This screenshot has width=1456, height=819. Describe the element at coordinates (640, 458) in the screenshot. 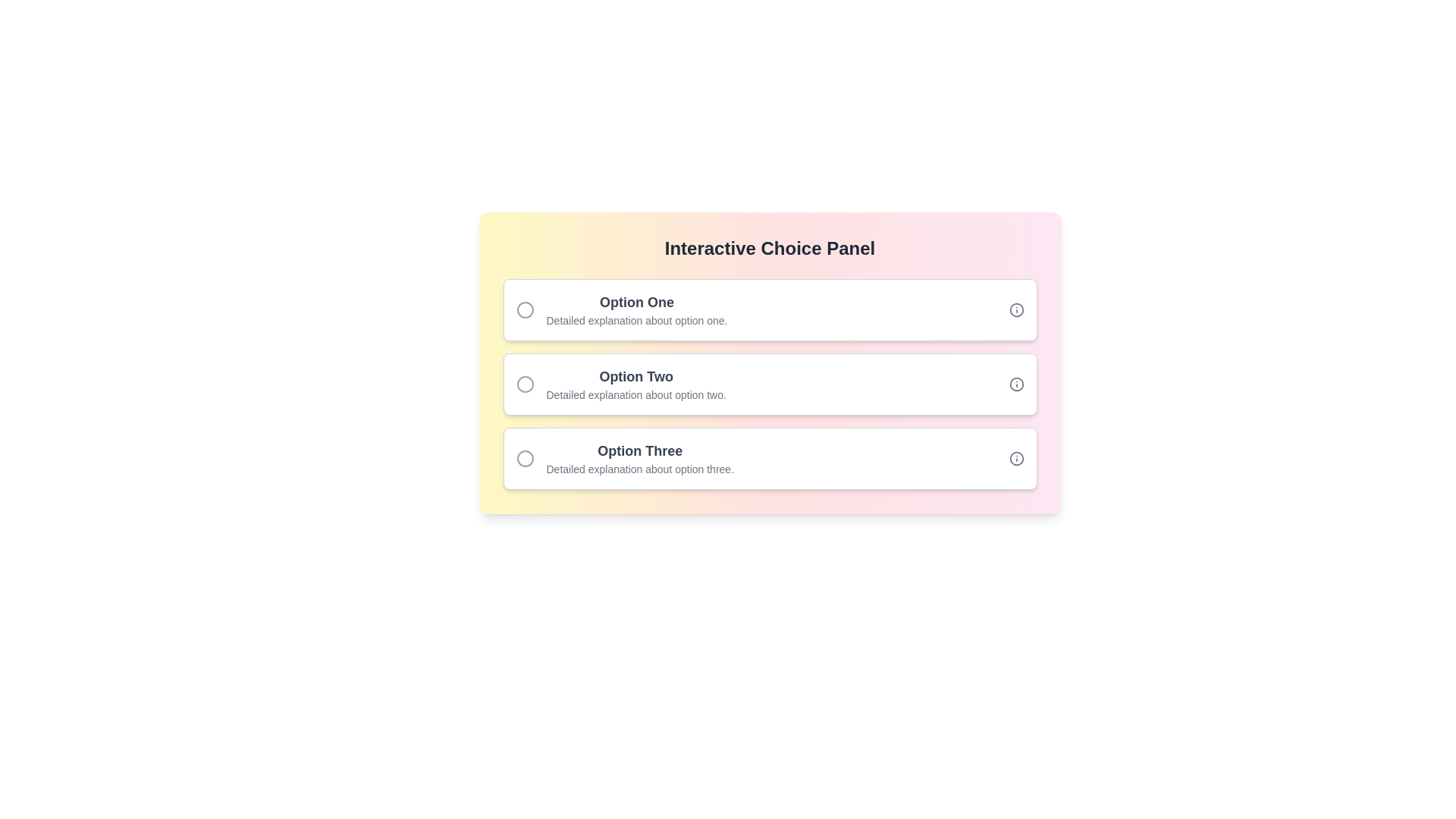

I see `the text block that displays a header and detailed description, located as the third option in a vertically-arranged selection group, immediately below the 'Option Two' element` at that location.